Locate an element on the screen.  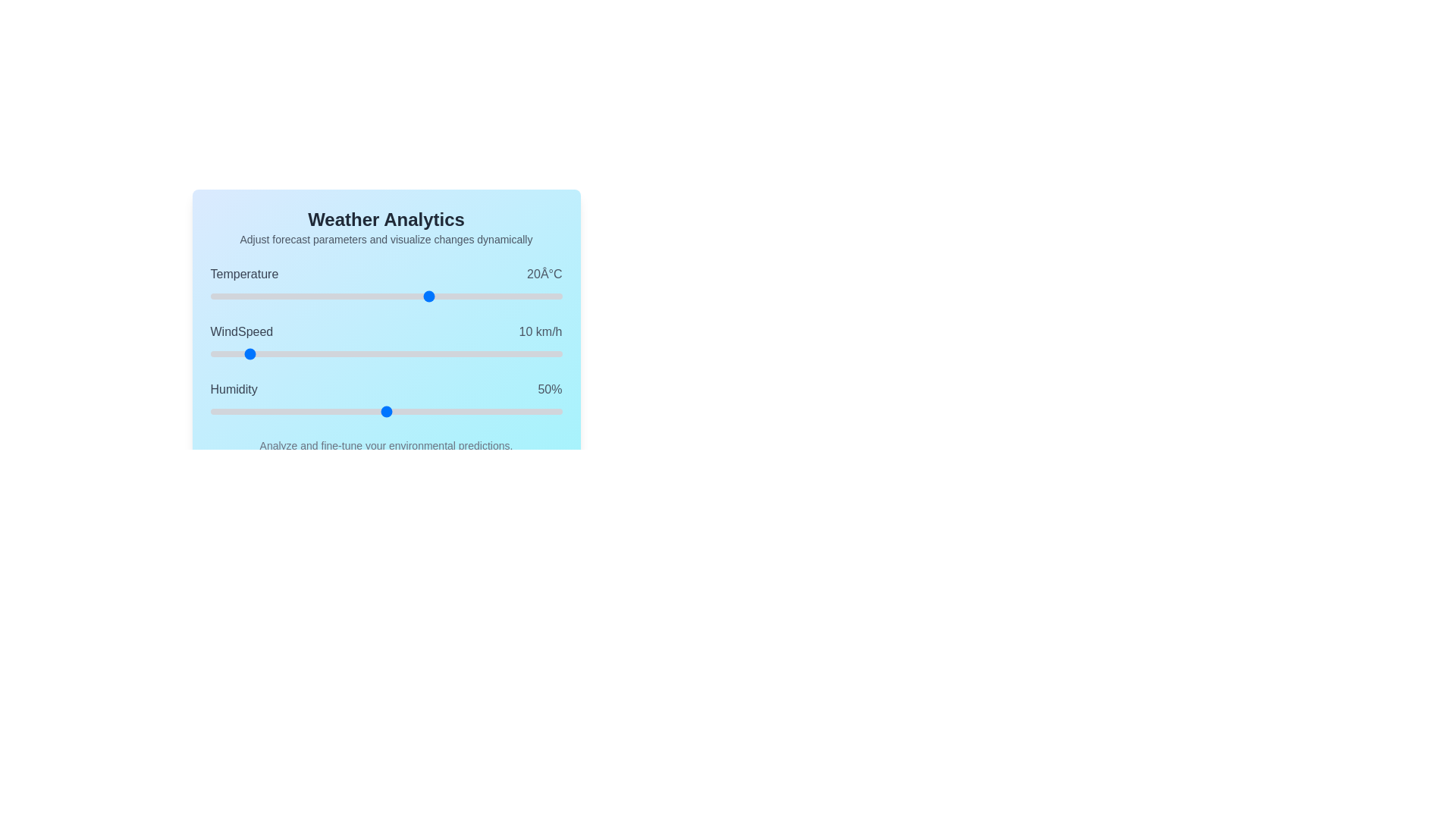
the Humidity slider to set its value to 56 is located at coordinates (407, 412).